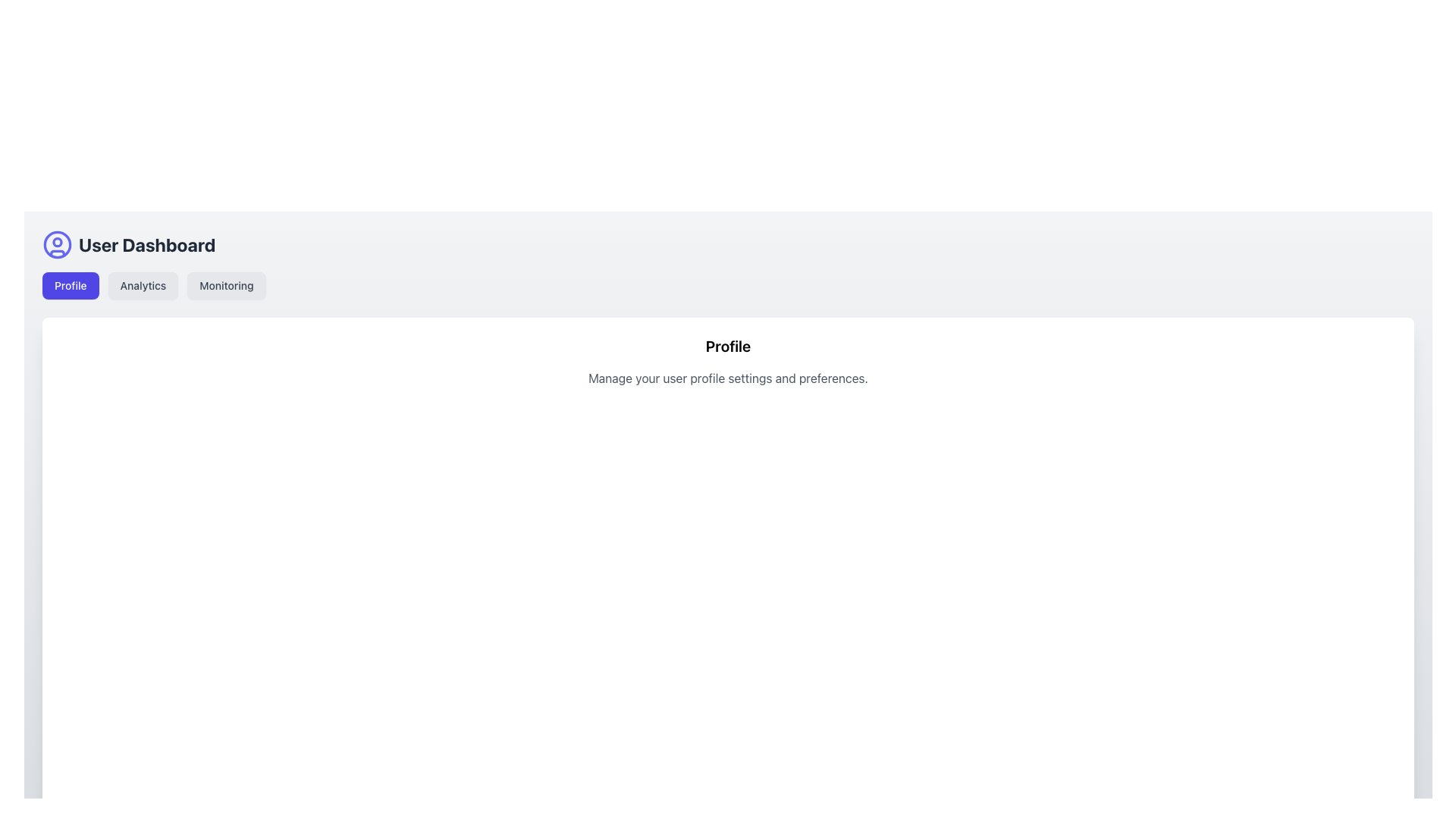 The height and width of the screenshot is (819, 1456). I want to click on the blue user icon, which is a circular outline with a figure resembling a head and shoulders, located to the left of the 'User Dashboard' text, so click(58, 244).